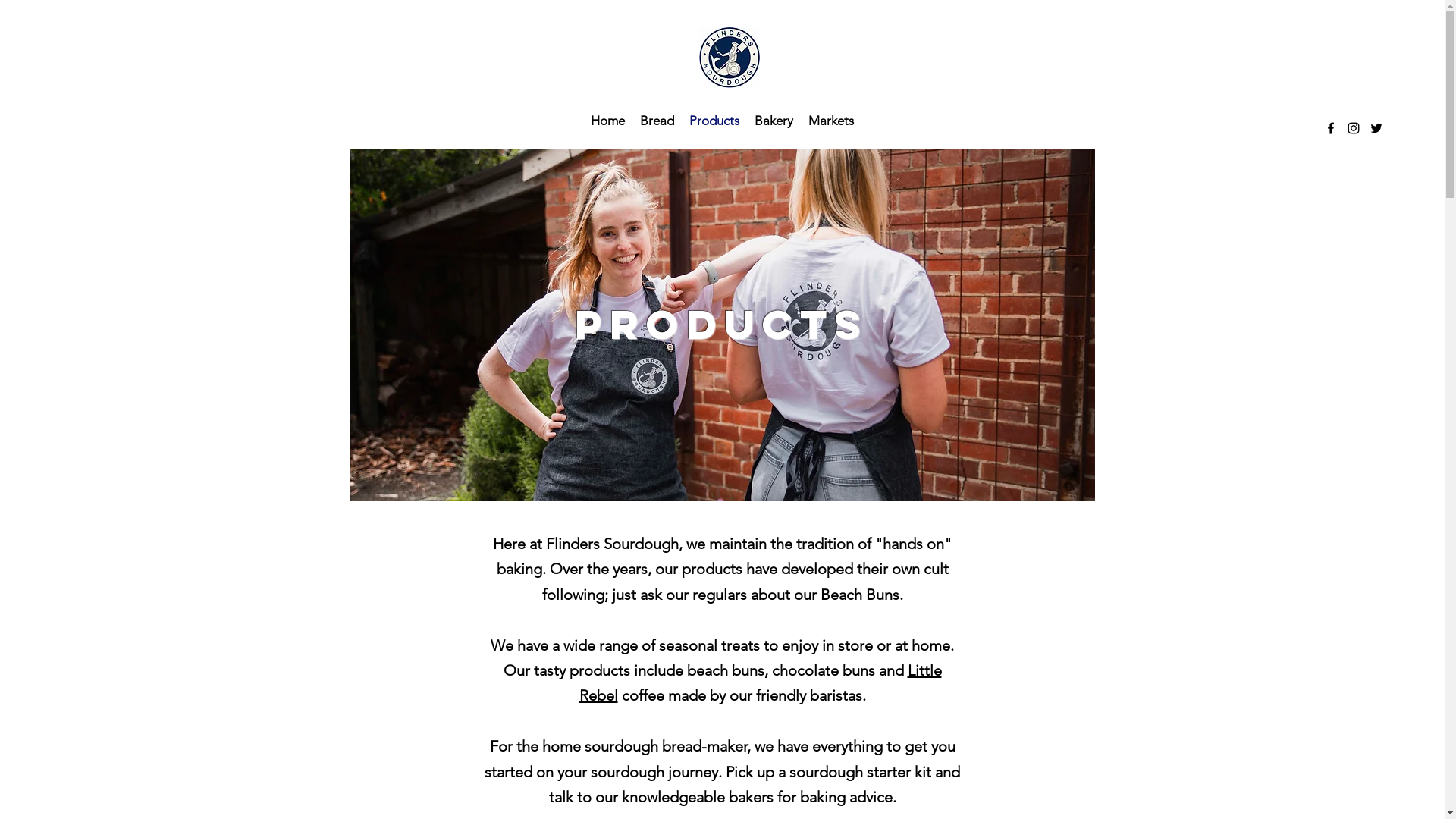  I want to click on 'Bread', so click(657, 119).